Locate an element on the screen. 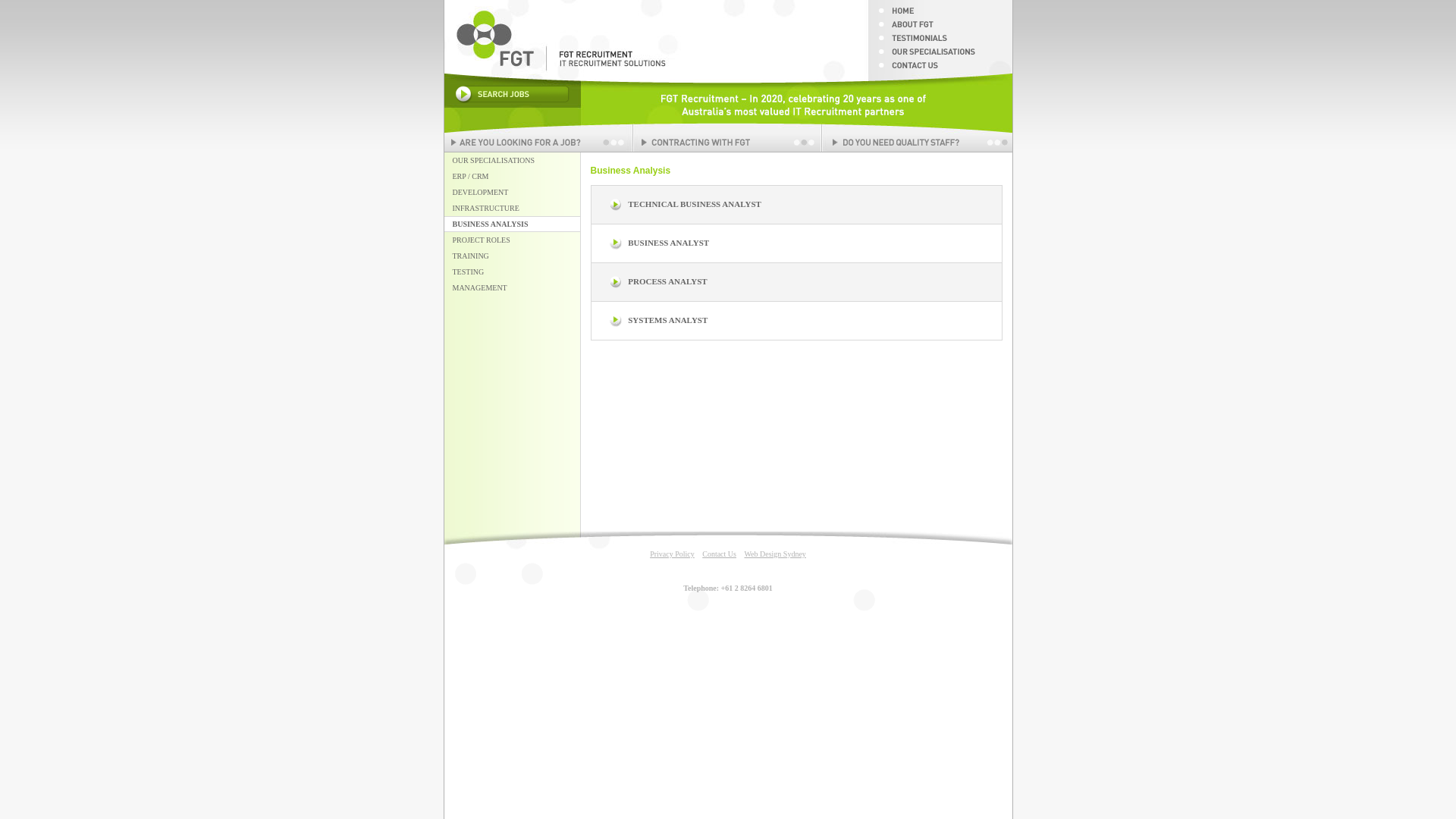 The image size is (1456, 819). 'BUSINESS ANALYSIS' is located at coordinates (513, 224).